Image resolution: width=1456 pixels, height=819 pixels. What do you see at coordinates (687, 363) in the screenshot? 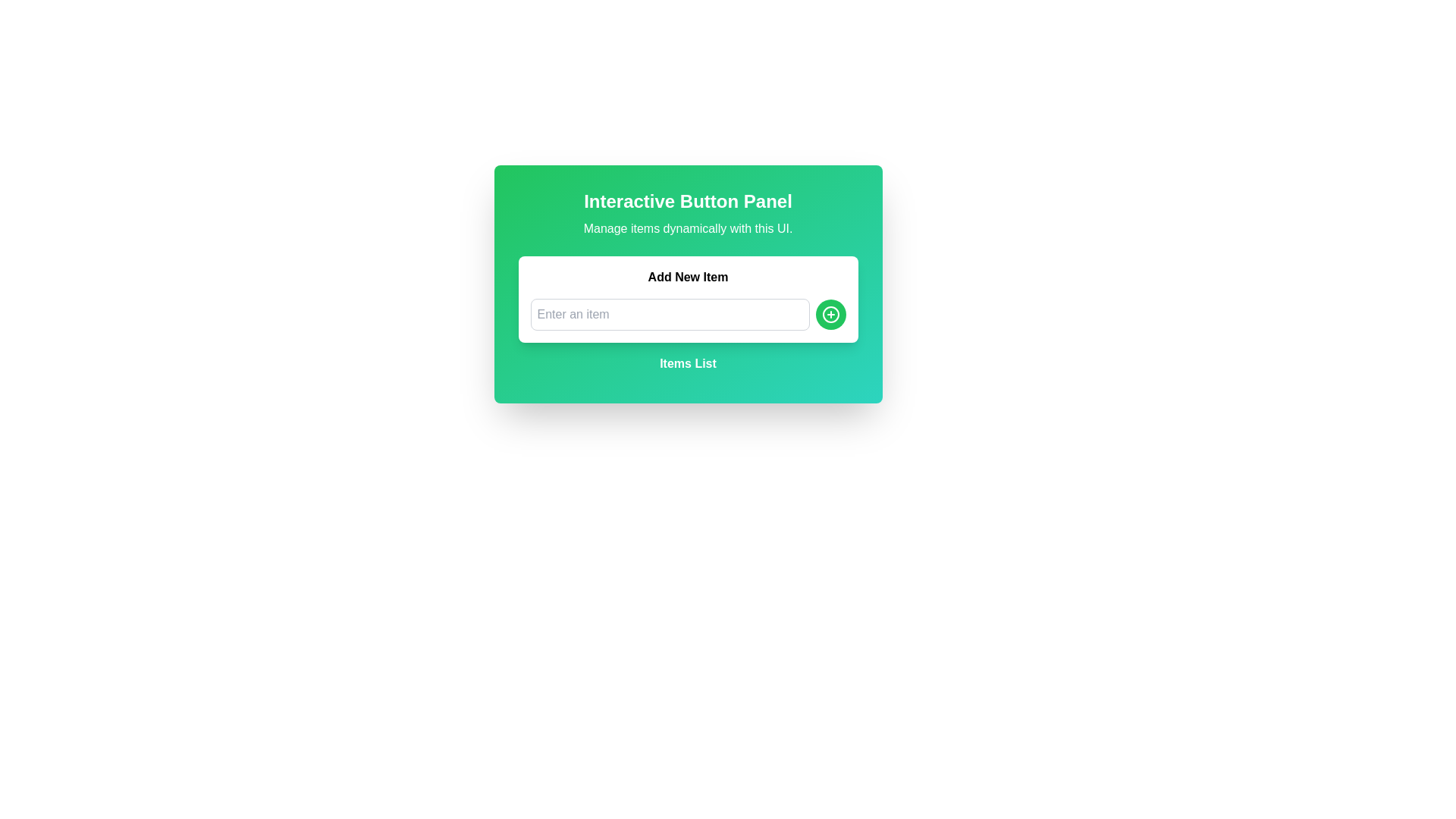
I see `the 'Items List' header text element, which is styled with bold, white text on a green background and positioned below the 'Add New Item' section` at bounding box center [687, 363].